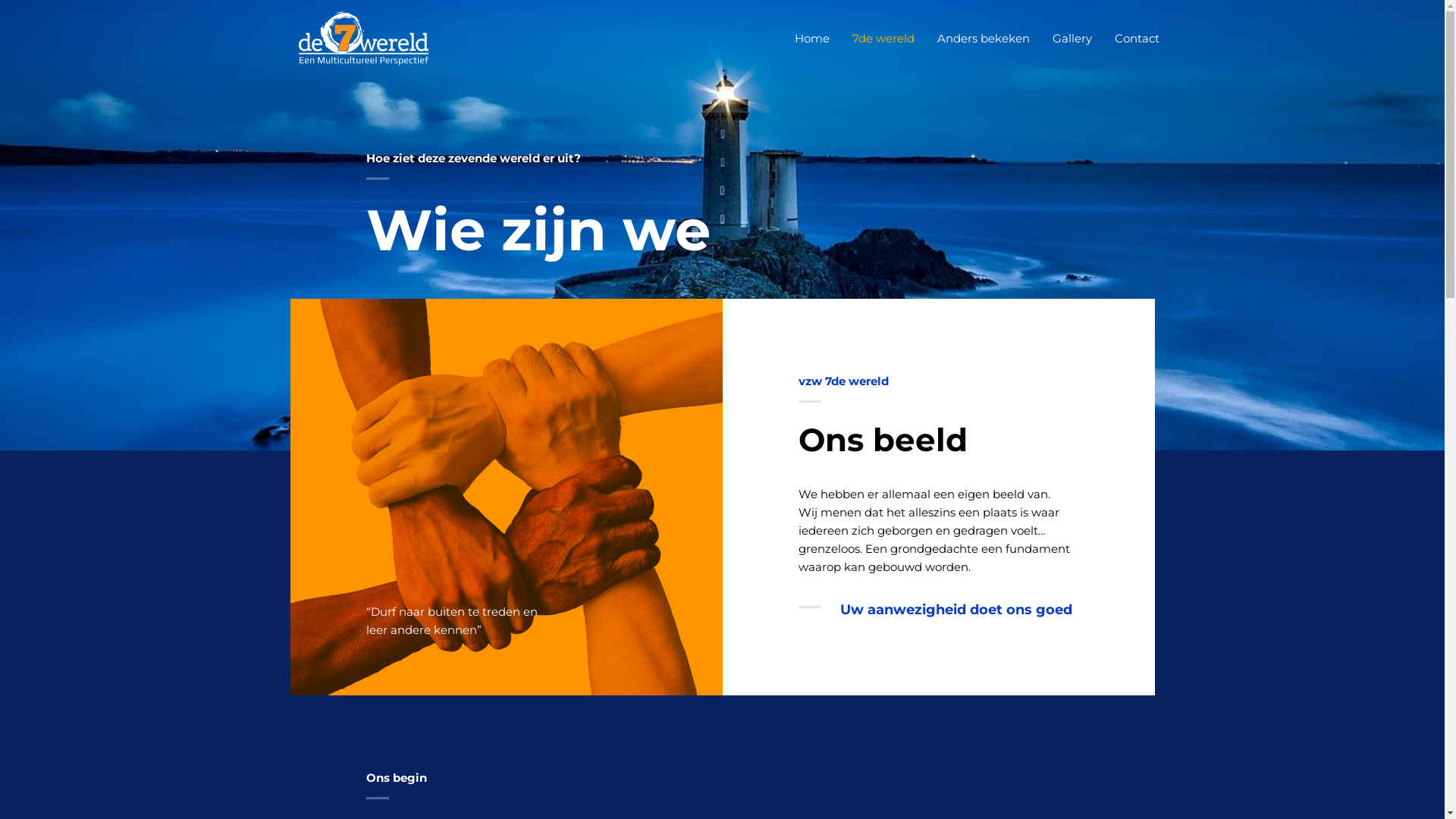 This screenshot has width=1456, height=819. I want to click on '7de wereld', so click(839, 37).